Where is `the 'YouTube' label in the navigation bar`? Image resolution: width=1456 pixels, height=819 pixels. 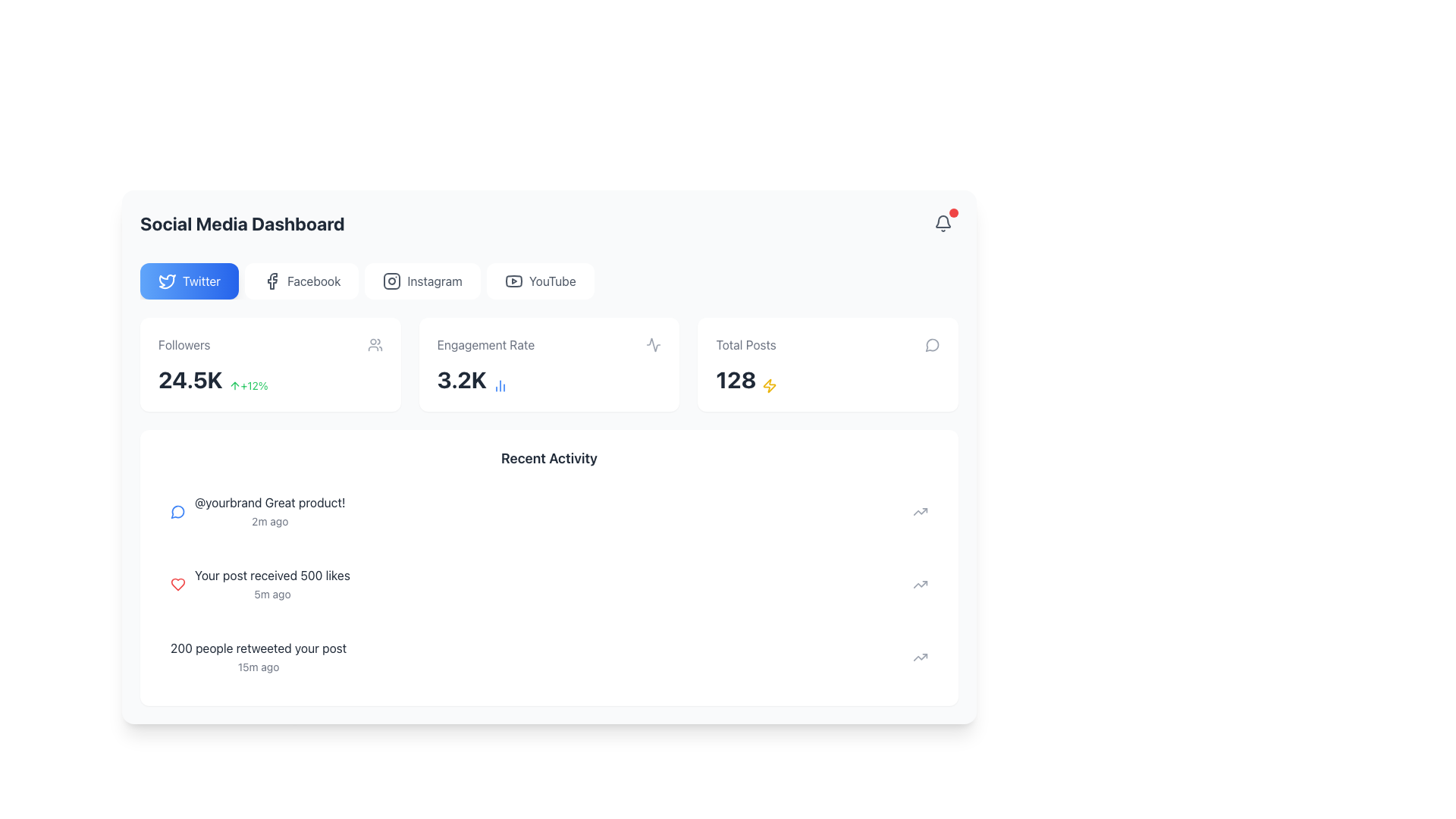
the 'YouTube' label in the navigation bar is located at coordinates (551, 281).